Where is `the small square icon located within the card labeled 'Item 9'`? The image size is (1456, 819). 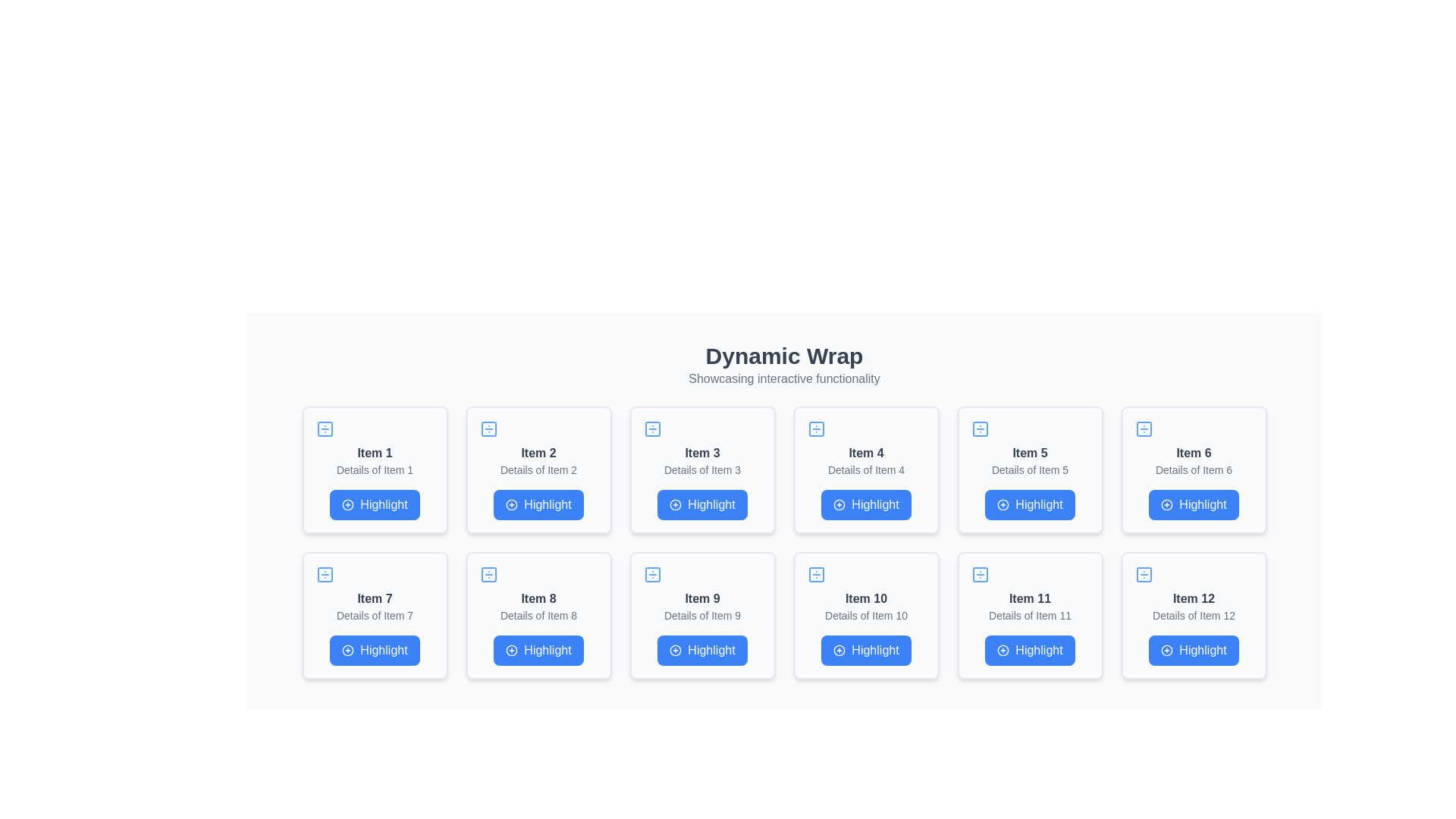
the small square icon located within the card labeled 'Item 9' is located at coordinates (652, 575).